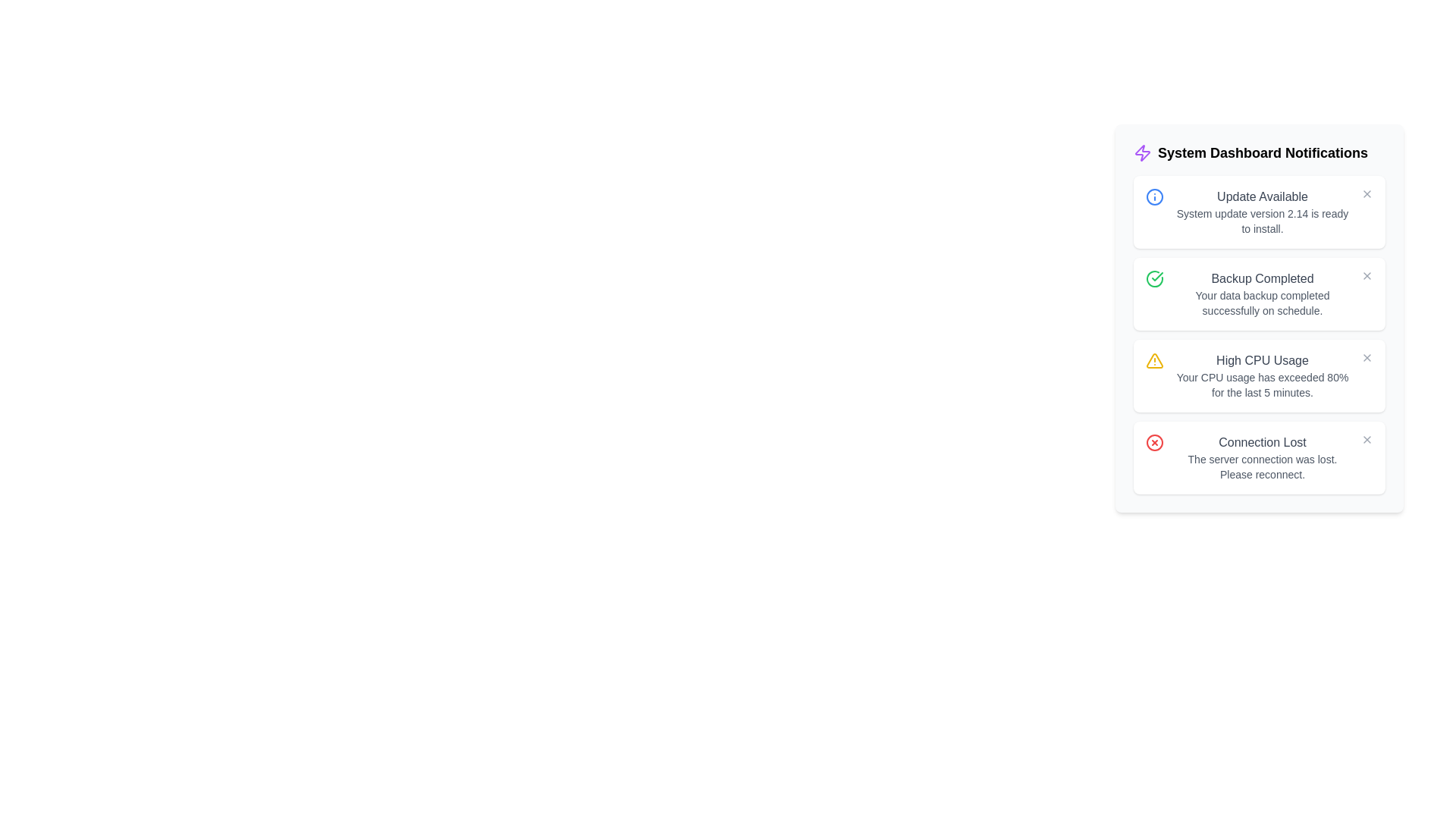 This screenshot has width=1456, height=819. What do you see at coordinates (1153, 360) in the screenshot?
I see `the warning icon representing high CPU usage, which is a yellow outlined triangle with an exclamation mark inside, located in the third notification box from the top of the notification panel` at bounding box center [1153, 360].